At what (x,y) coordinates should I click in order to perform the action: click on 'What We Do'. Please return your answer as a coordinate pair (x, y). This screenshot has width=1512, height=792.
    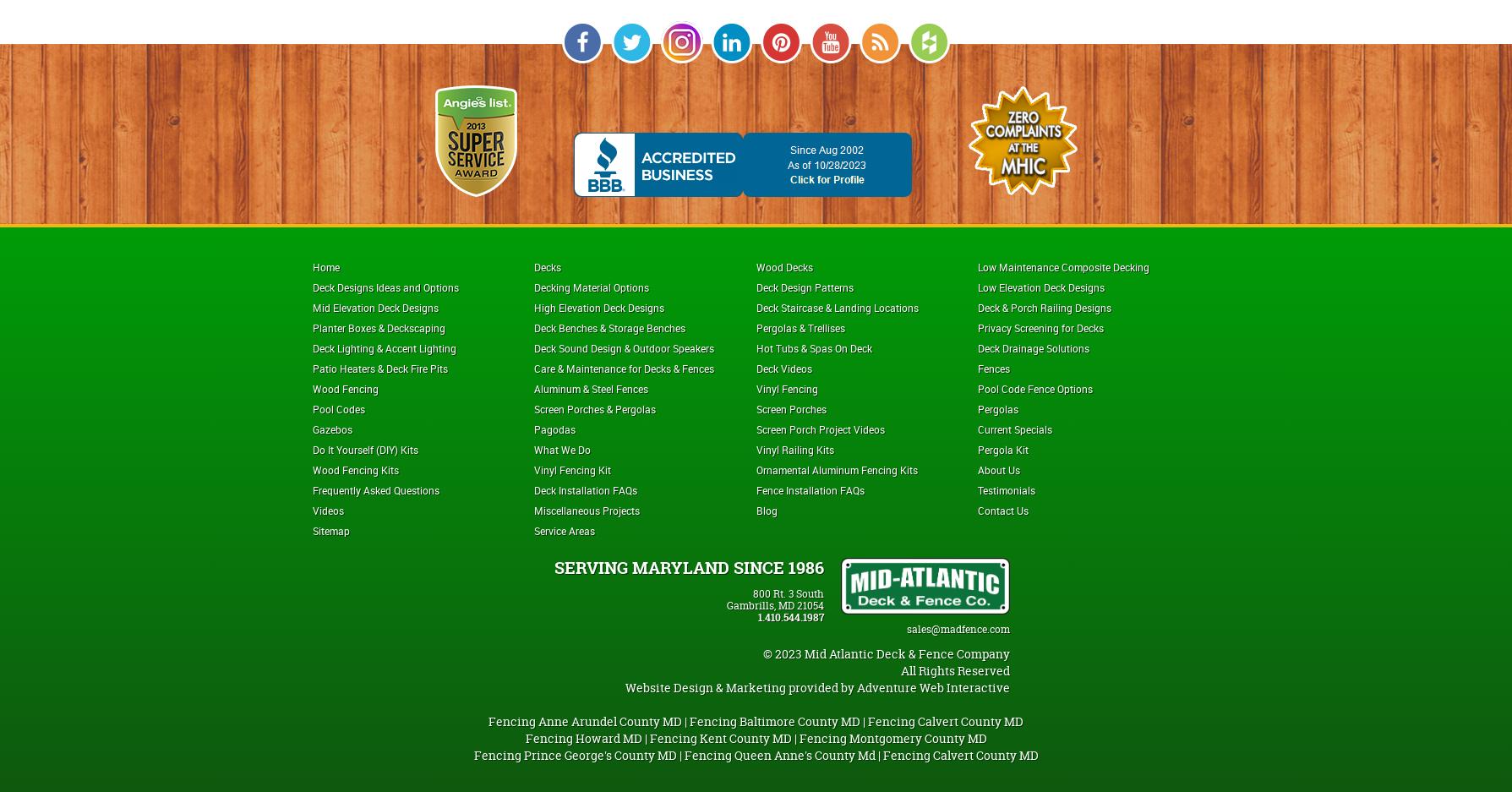
    Looking at the image, I should click on (562, 447).